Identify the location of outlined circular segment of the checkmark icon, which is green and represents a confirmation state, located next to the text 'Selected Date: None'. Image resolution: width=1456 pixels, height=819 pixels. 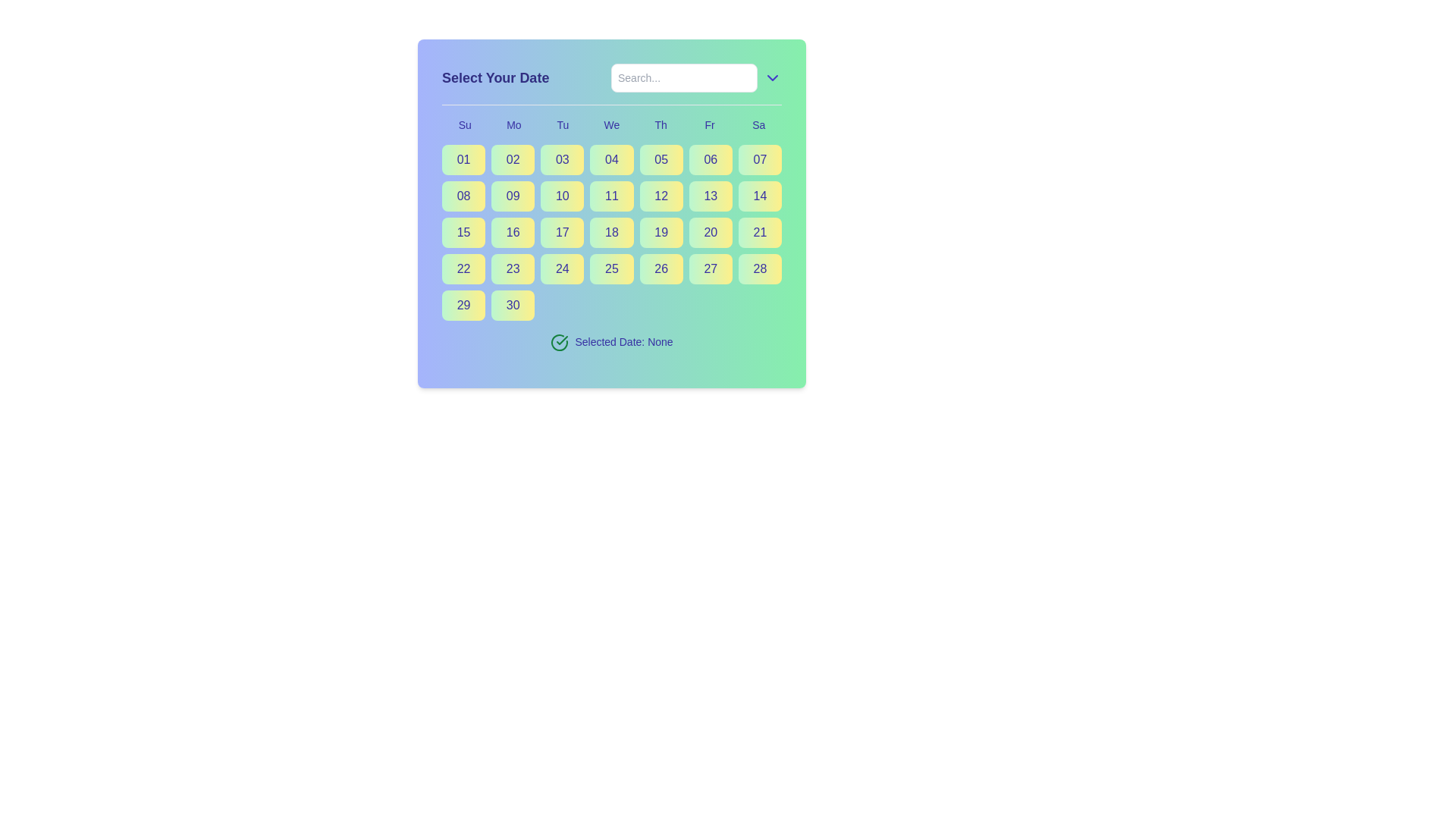
(559, 342).